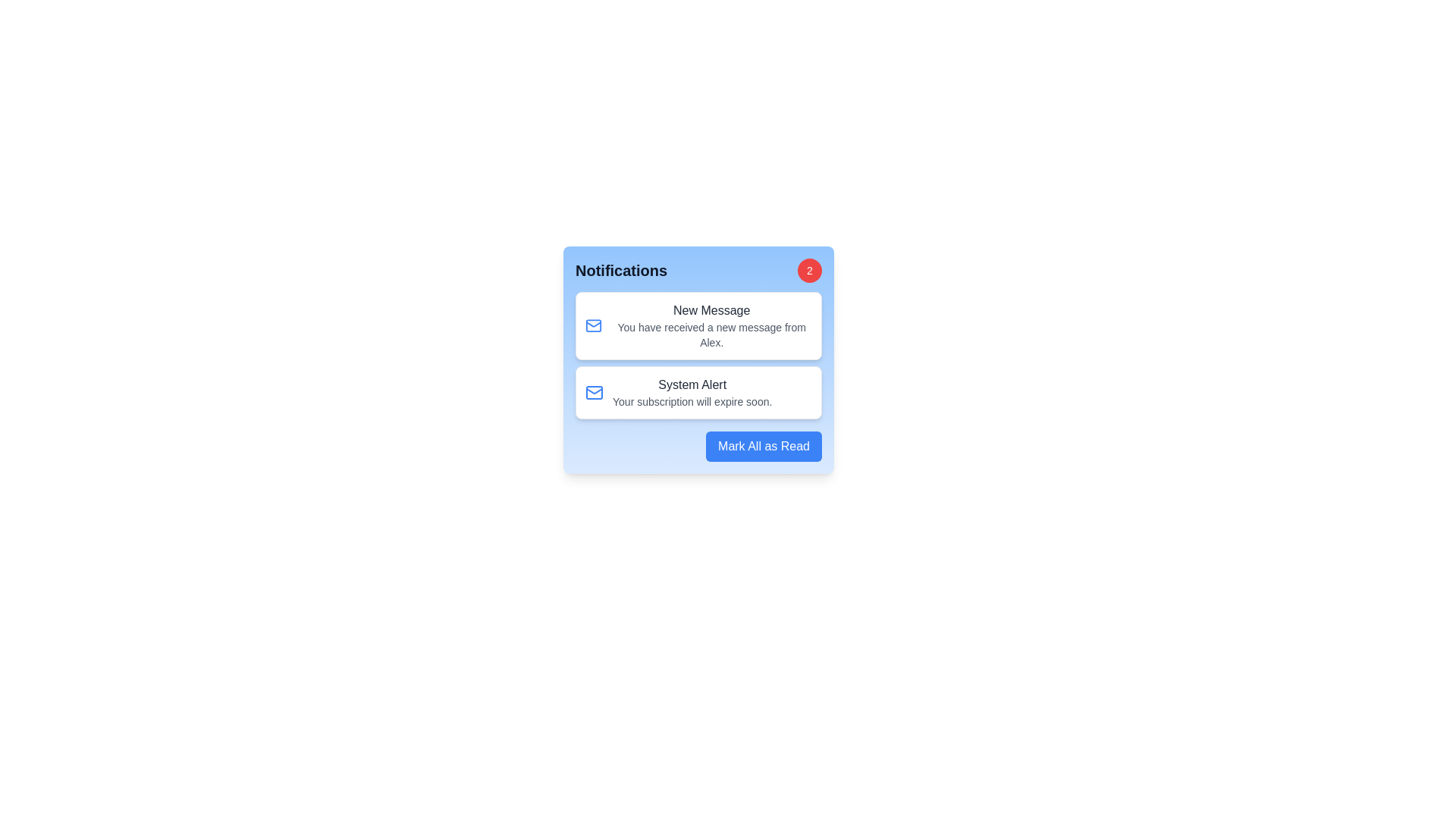  I want to click on the 'Notifications' text label element, which is bold and located at the top-left portion of a card-like interface with a light blue background, so click(621, 270).